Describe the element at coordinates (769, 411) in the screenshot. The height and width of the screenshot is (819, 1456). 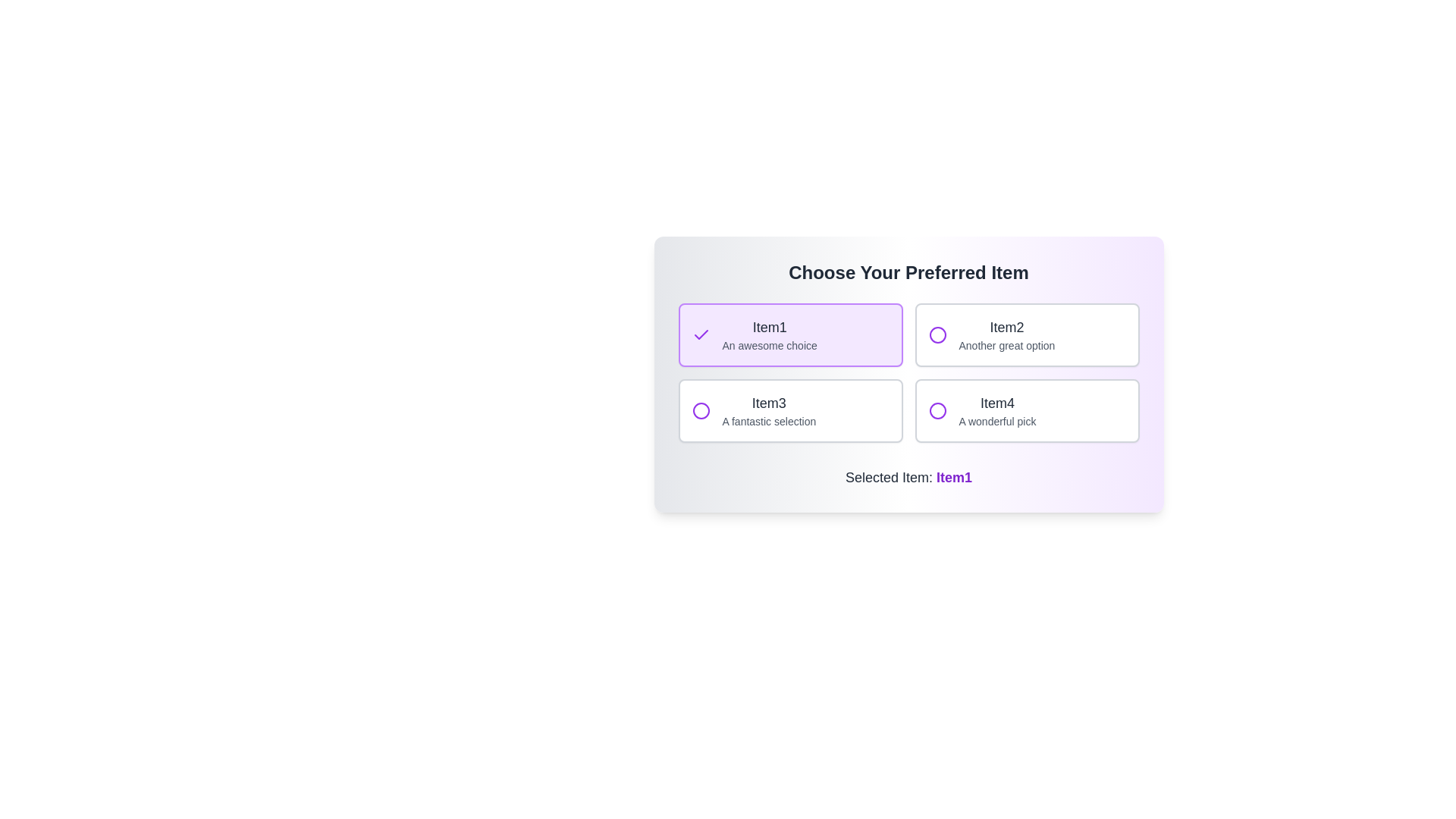
I see `the selectable option box for 'Item3'` at that location.